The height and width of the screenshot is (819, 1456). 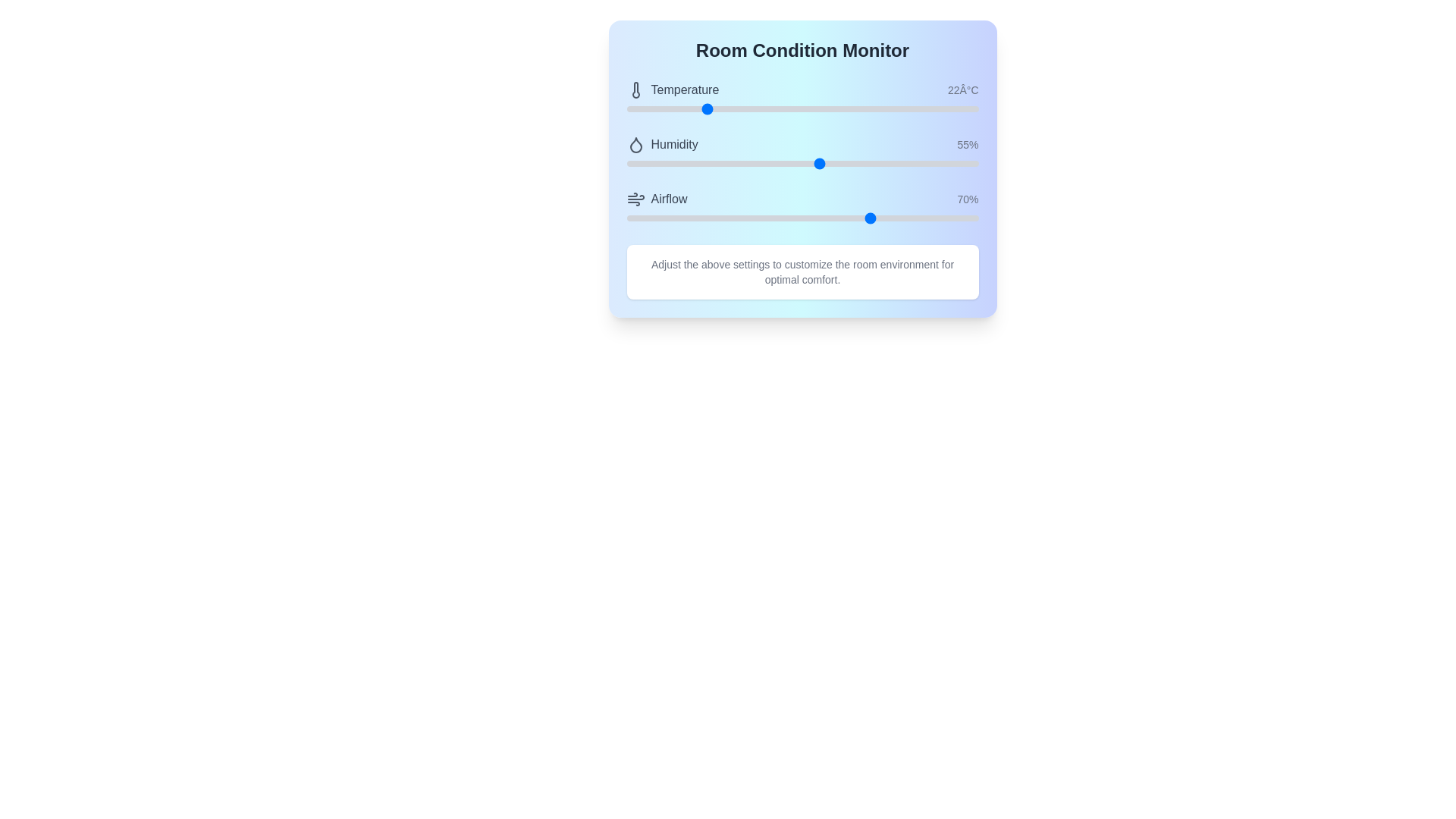 I want to click on airflow level, so click(x=637, y=218).